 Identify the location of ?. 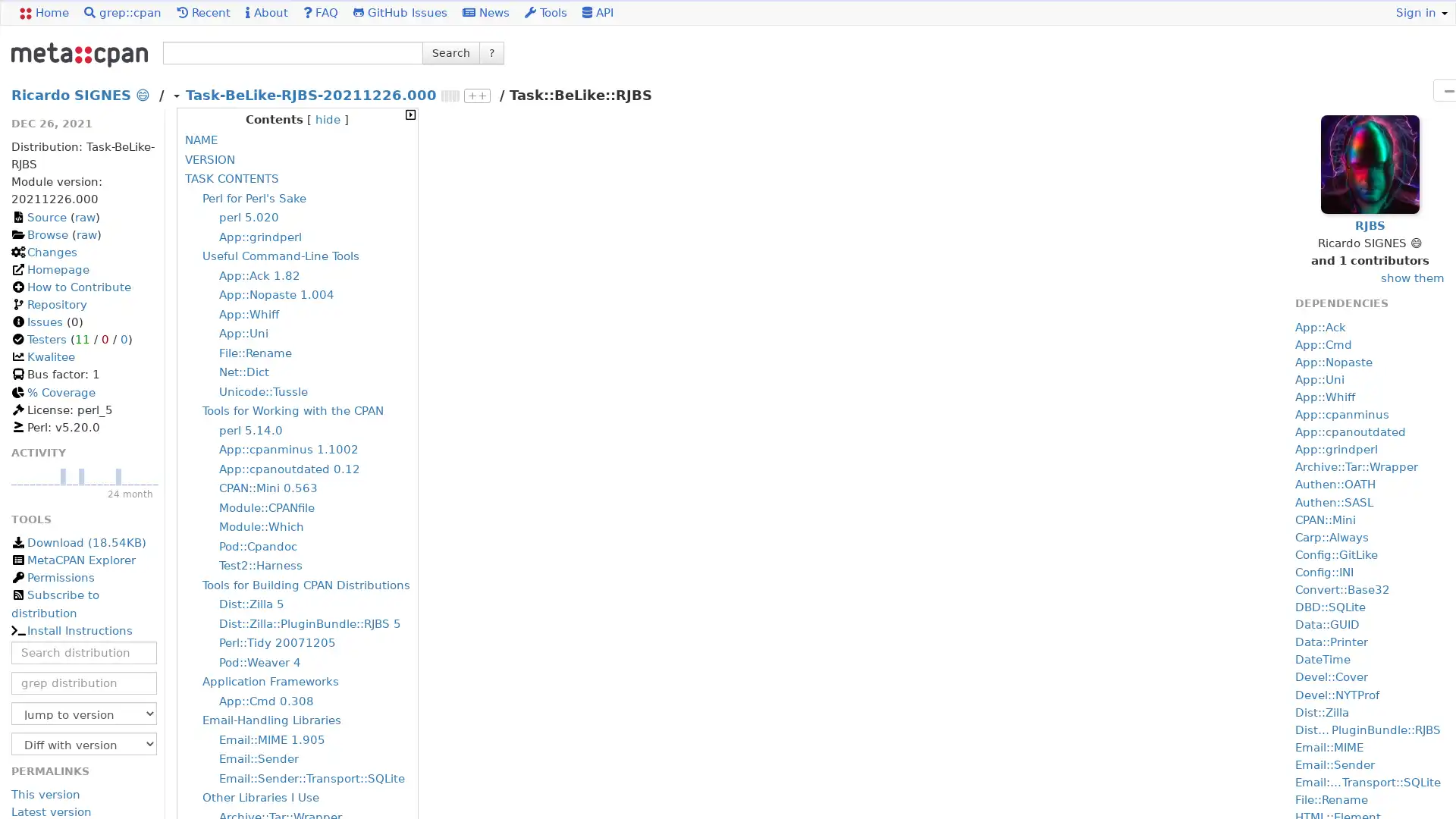
(491, 52).